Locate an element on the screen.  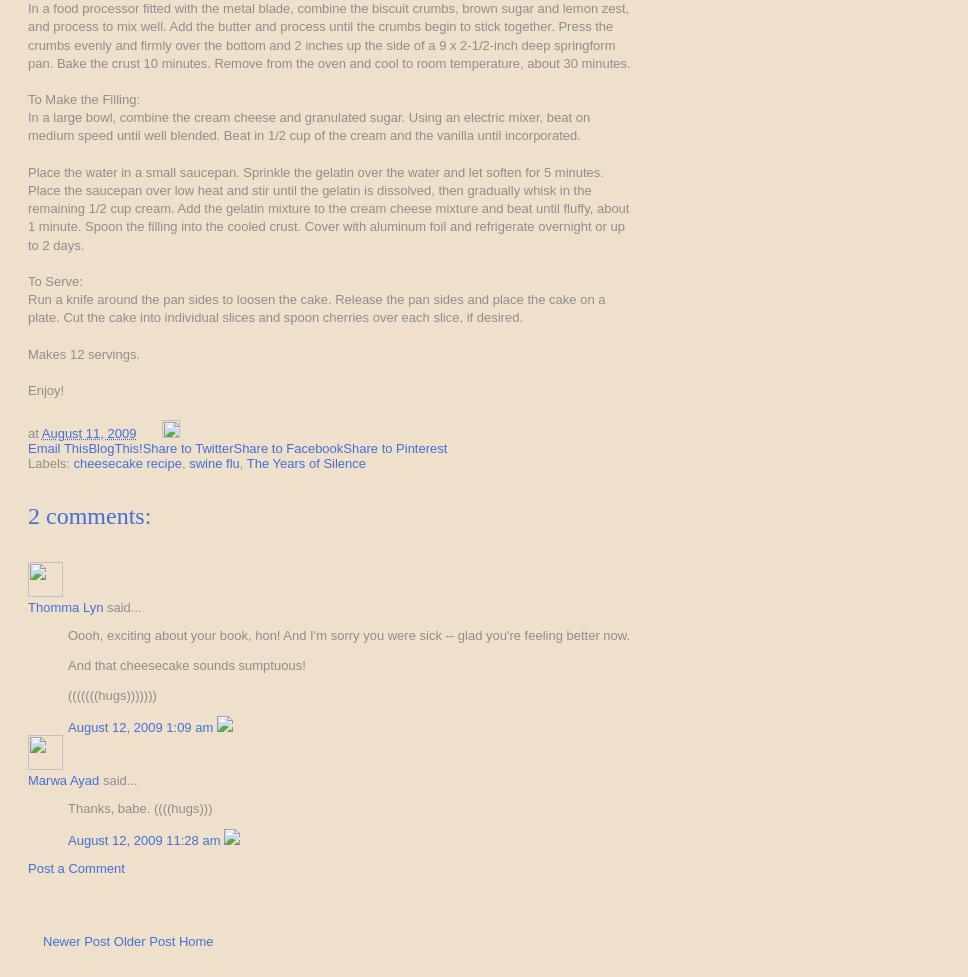
'Older Post' is located at coordinates (143, 939).